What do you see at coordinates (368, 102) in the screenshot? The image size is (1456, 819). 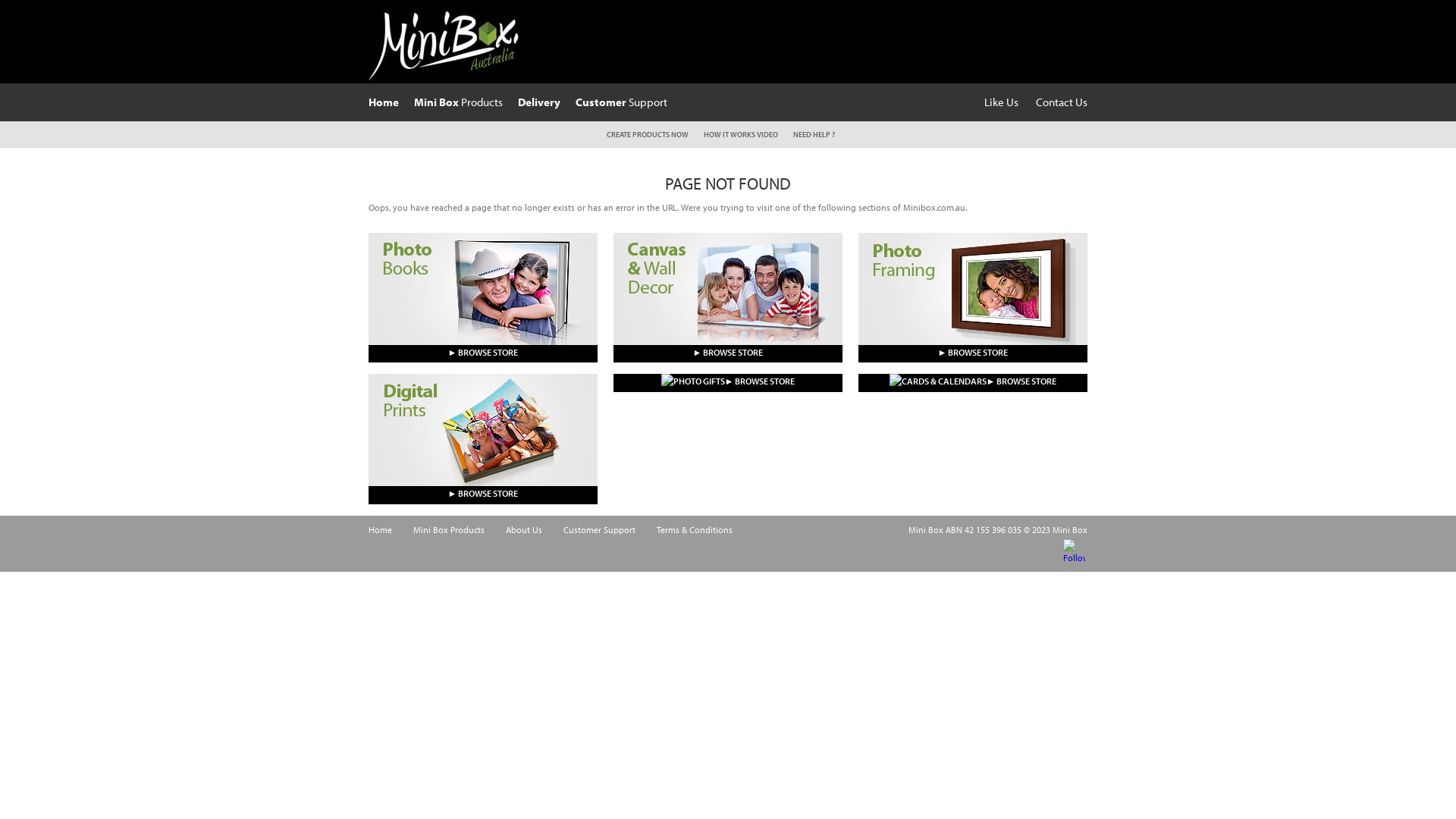 I see `'Home'` at bounding box center [368, 102].